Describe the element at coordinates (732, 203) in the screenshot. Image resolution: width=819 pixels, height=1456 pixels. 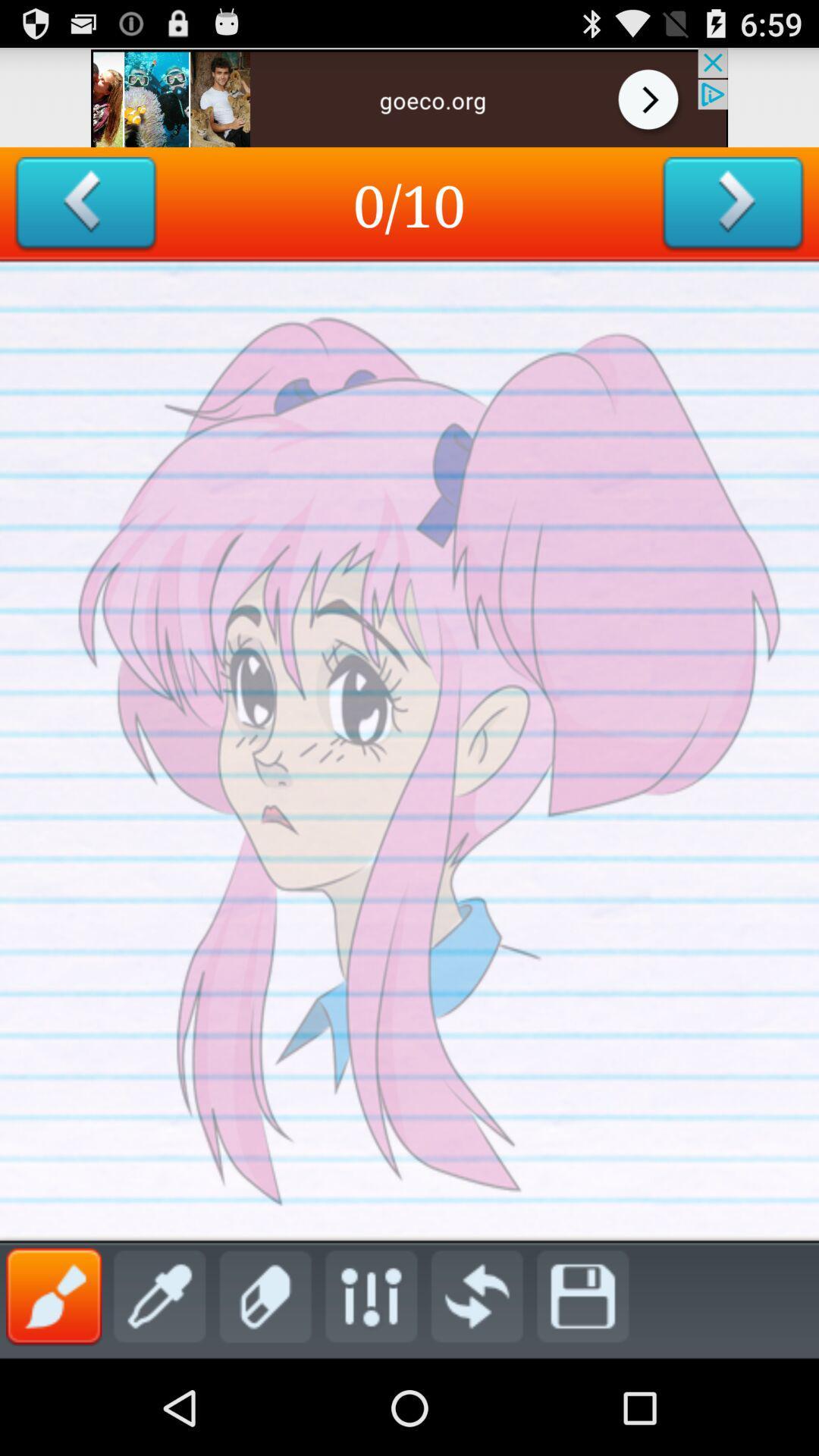
I see `goes to the next slide` at that location.